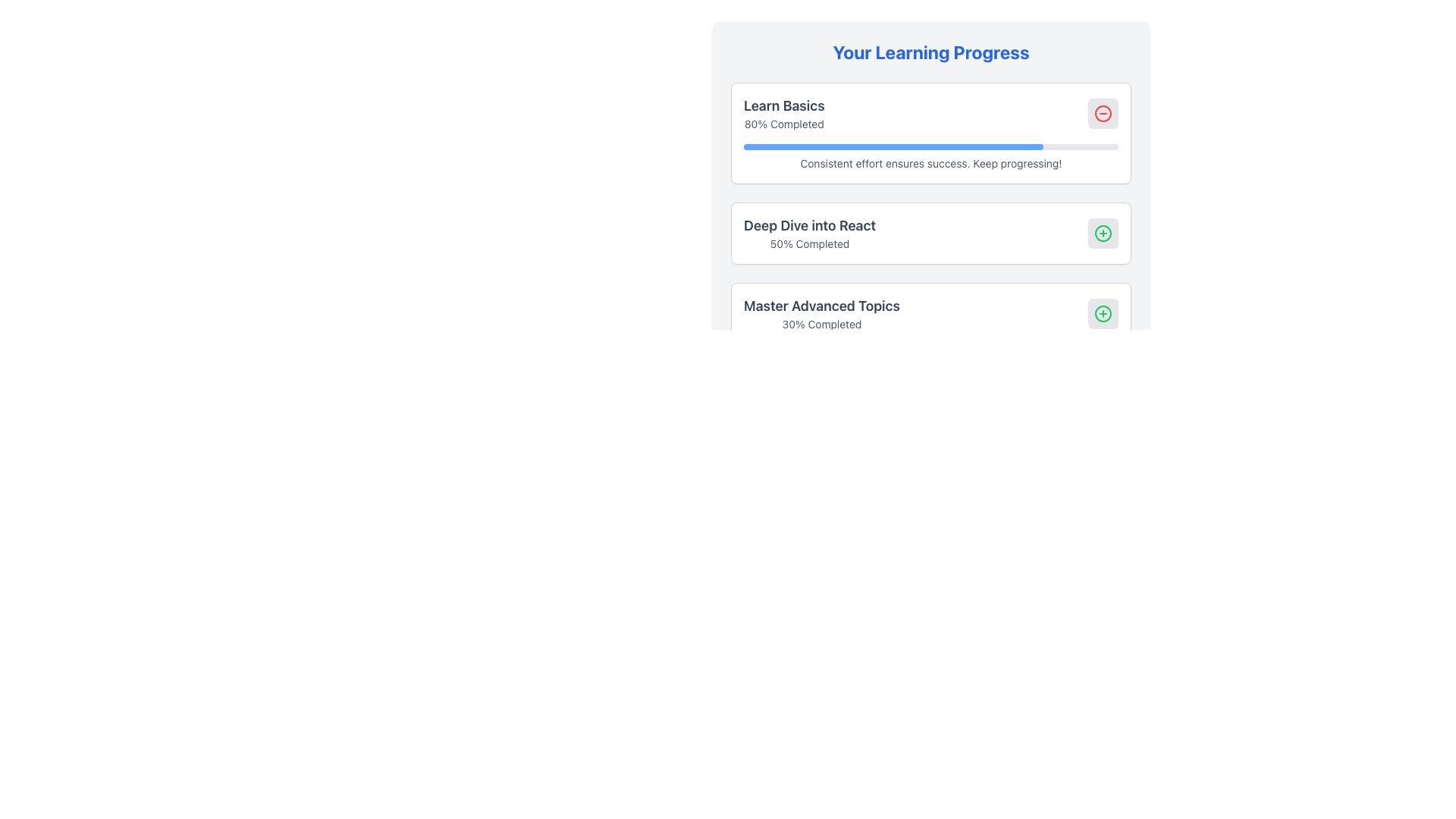 This screenshot has width=1456, height=819. Describe the element at coordinates (784, 124) in the screenshot. I see `displayed progress percentage text located directly below the 'Learn Basics' heading in the first module card of the interface` at that location.